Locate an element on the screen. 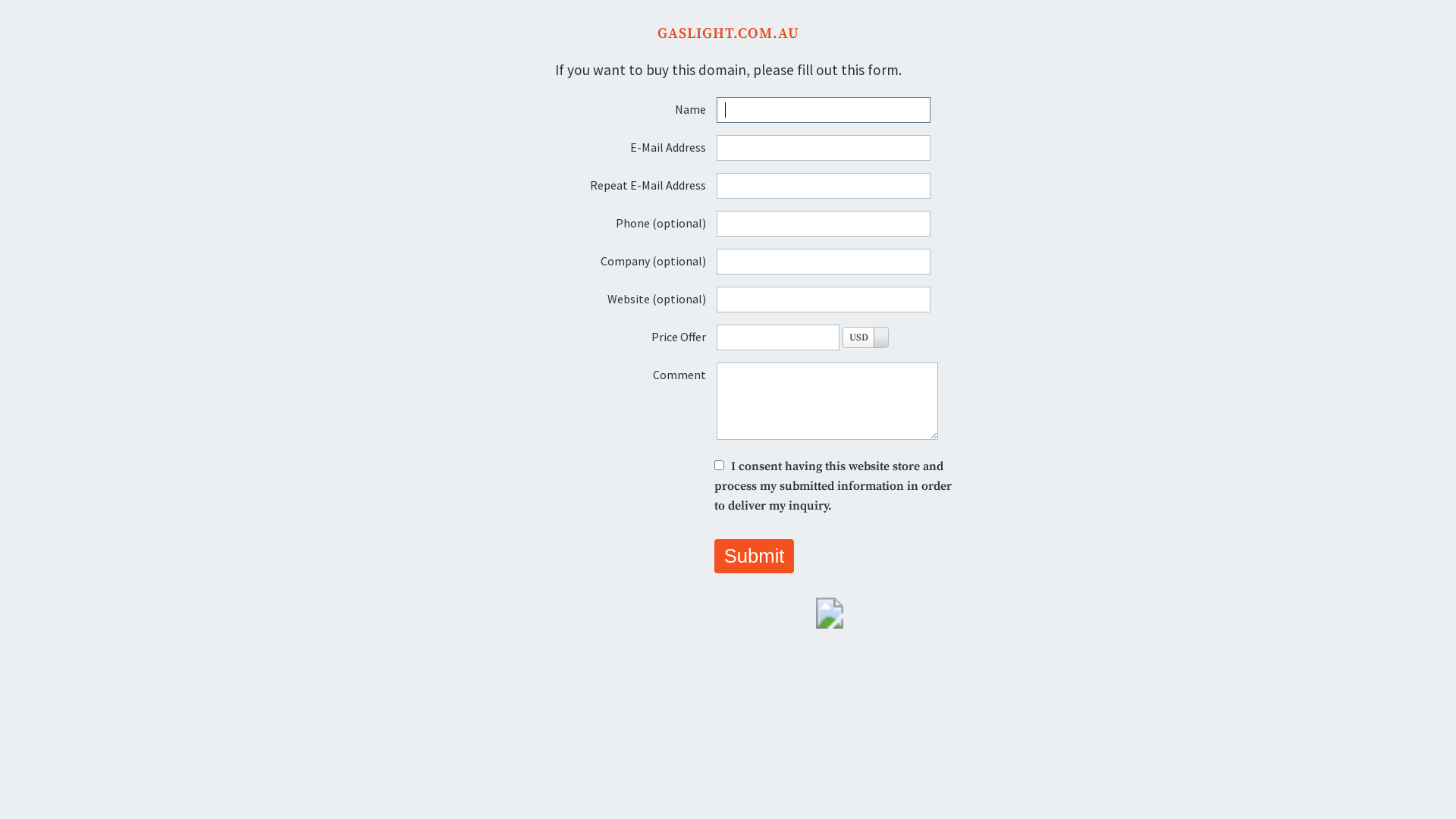  'USD' is located at coordinates (865, 336).